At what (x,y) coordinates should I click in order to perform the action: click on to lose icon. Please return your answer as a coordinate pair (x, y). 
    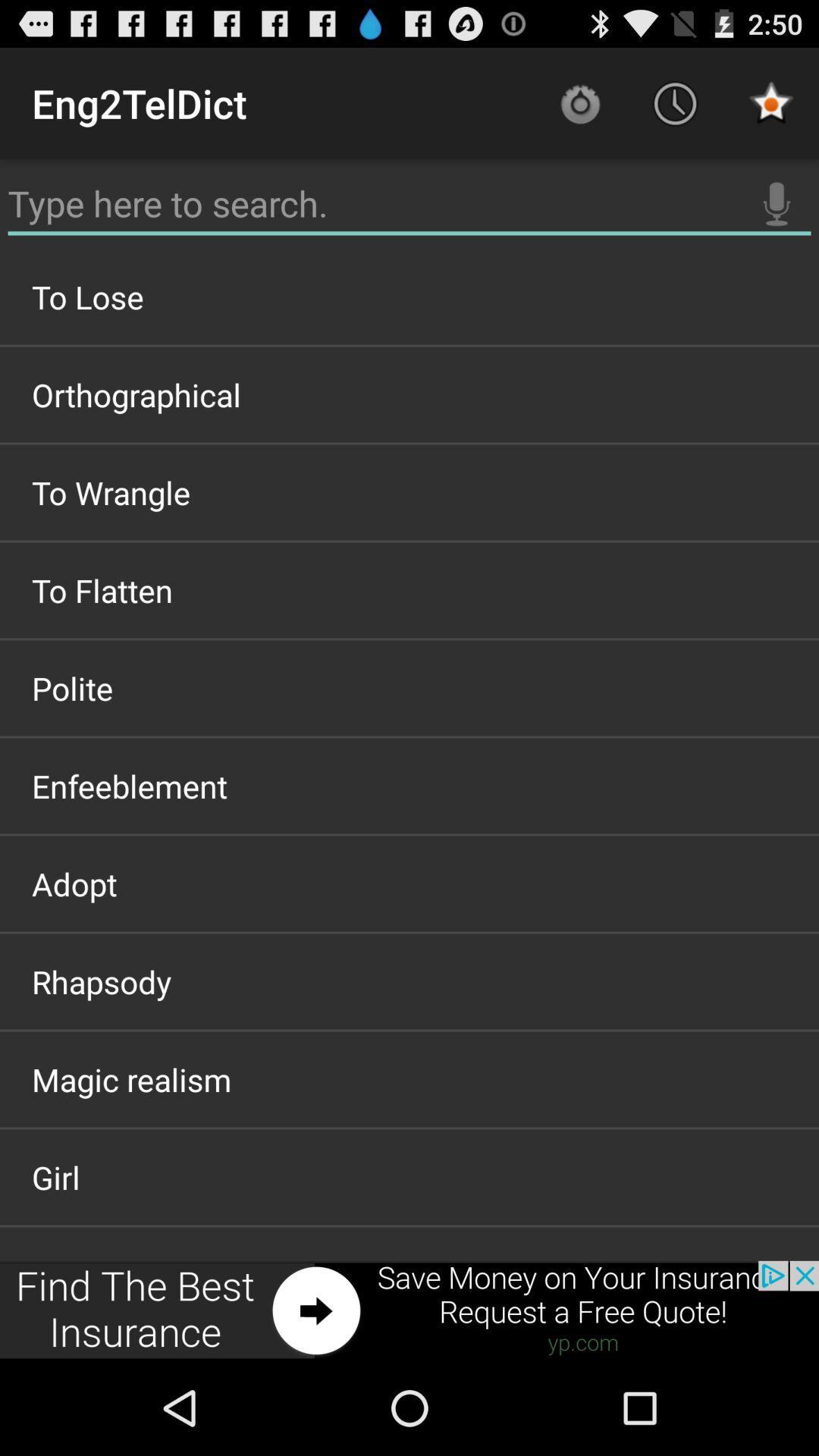
    Looking at the image, I should click on (409, 297).